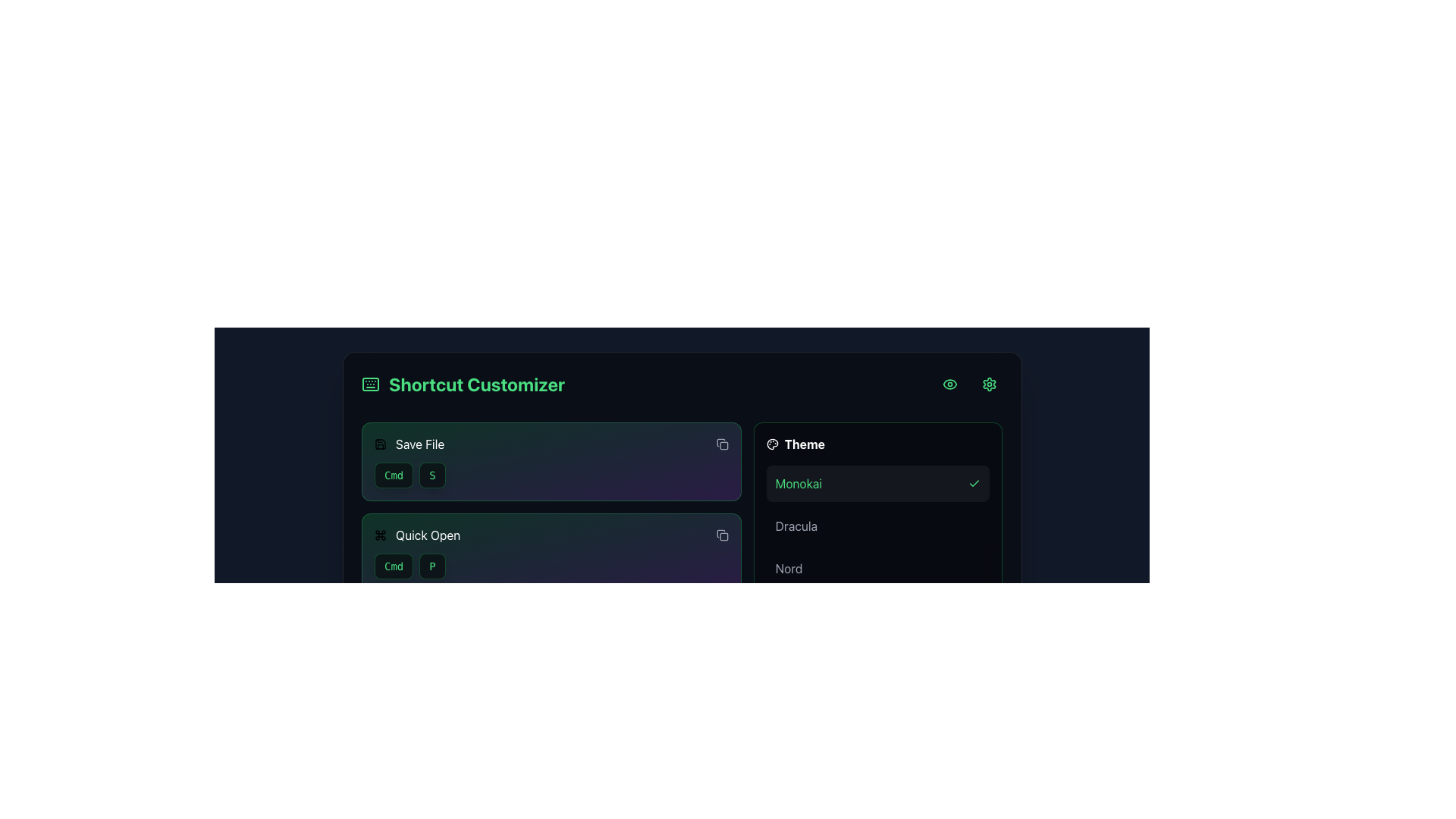 This screenshot has width=1456, height=819. What do you see at coordinates (380, 534) in the screenshot?
I see `the 'Quick Open' icon located on the left side of the 'Shortcut Customizer' panel` at bounding box center [380, 534].